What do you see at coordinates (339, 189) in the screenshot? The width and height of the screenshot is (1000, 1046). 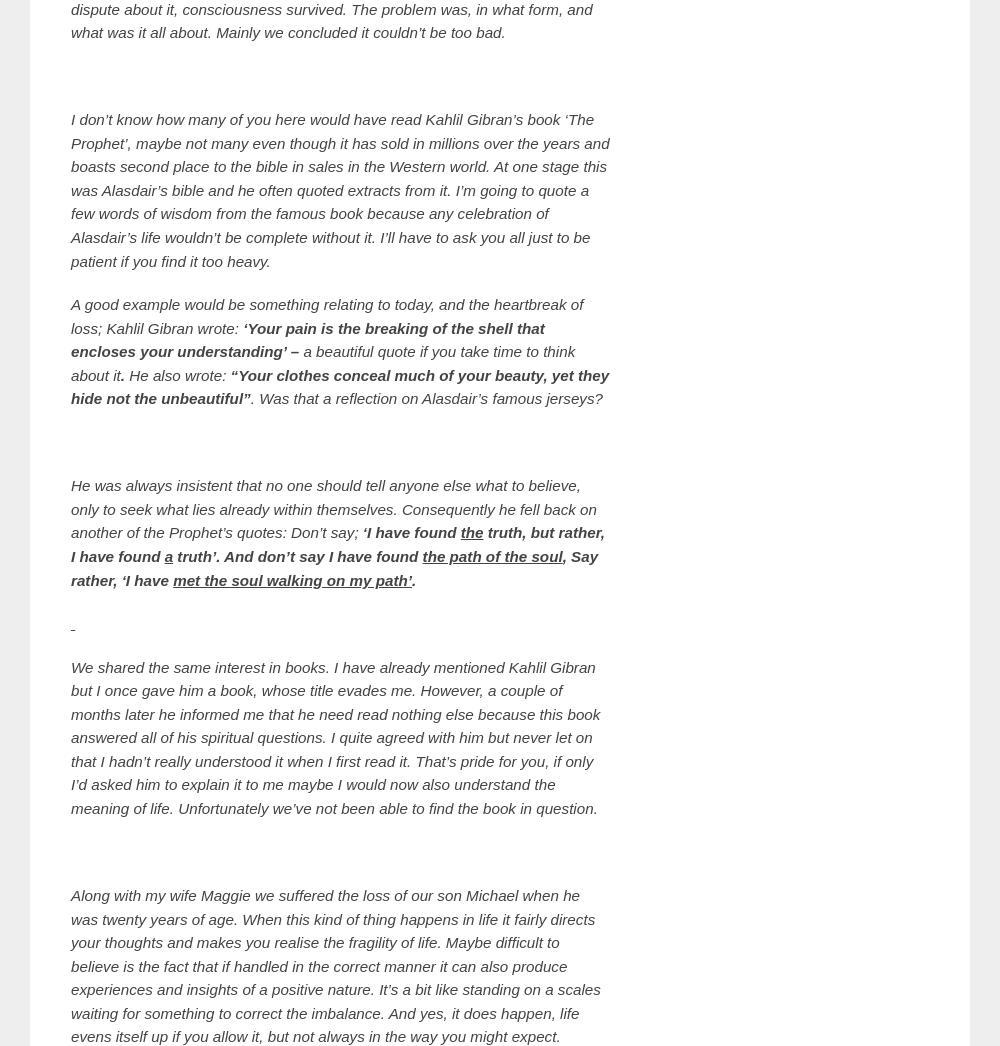 I see `'I don’t know how many of you here would have read Kahlil Gibran’s book ‘The Prophet’, maybe not many even though it has sold in millions over the years and boasts second place to the bible in sales in the Western world. At one stage this was Alasdair’s bible and he often quoted extracts from it. I’m going to quote a few words of wisdom from the famous book because any celebration of Alasdair’s life wouldn’t be complete without it. I’ll have to ask you all just to be patient if you find it too heavy.'` at bounding box center [339, 189].